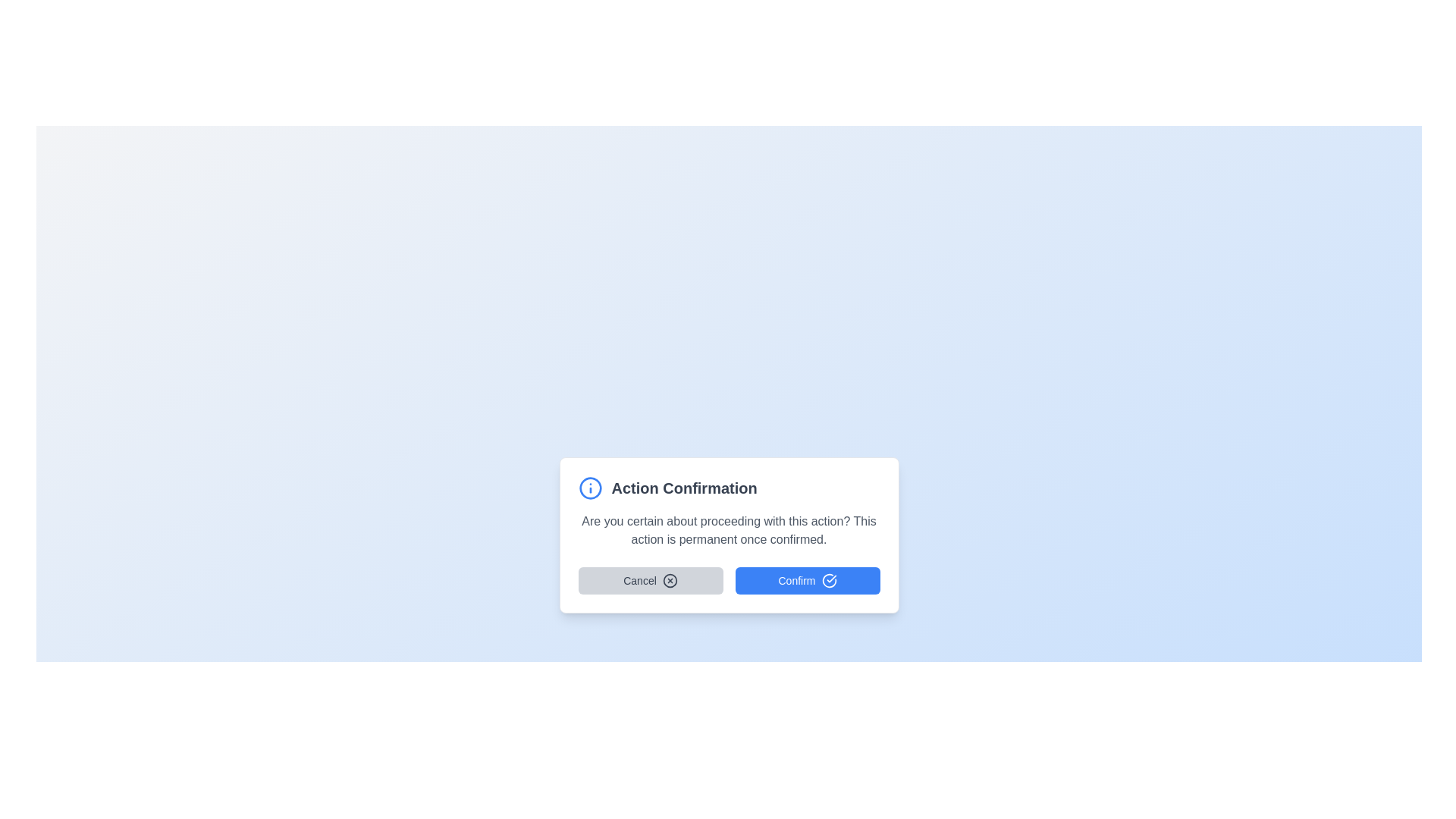 The image size is (1456, 819). Describe the element at coordinates (828, 580) in the screenshot. I see `the visual confirmation indicator icon located to the right of the 'Confirm' button` at that location.